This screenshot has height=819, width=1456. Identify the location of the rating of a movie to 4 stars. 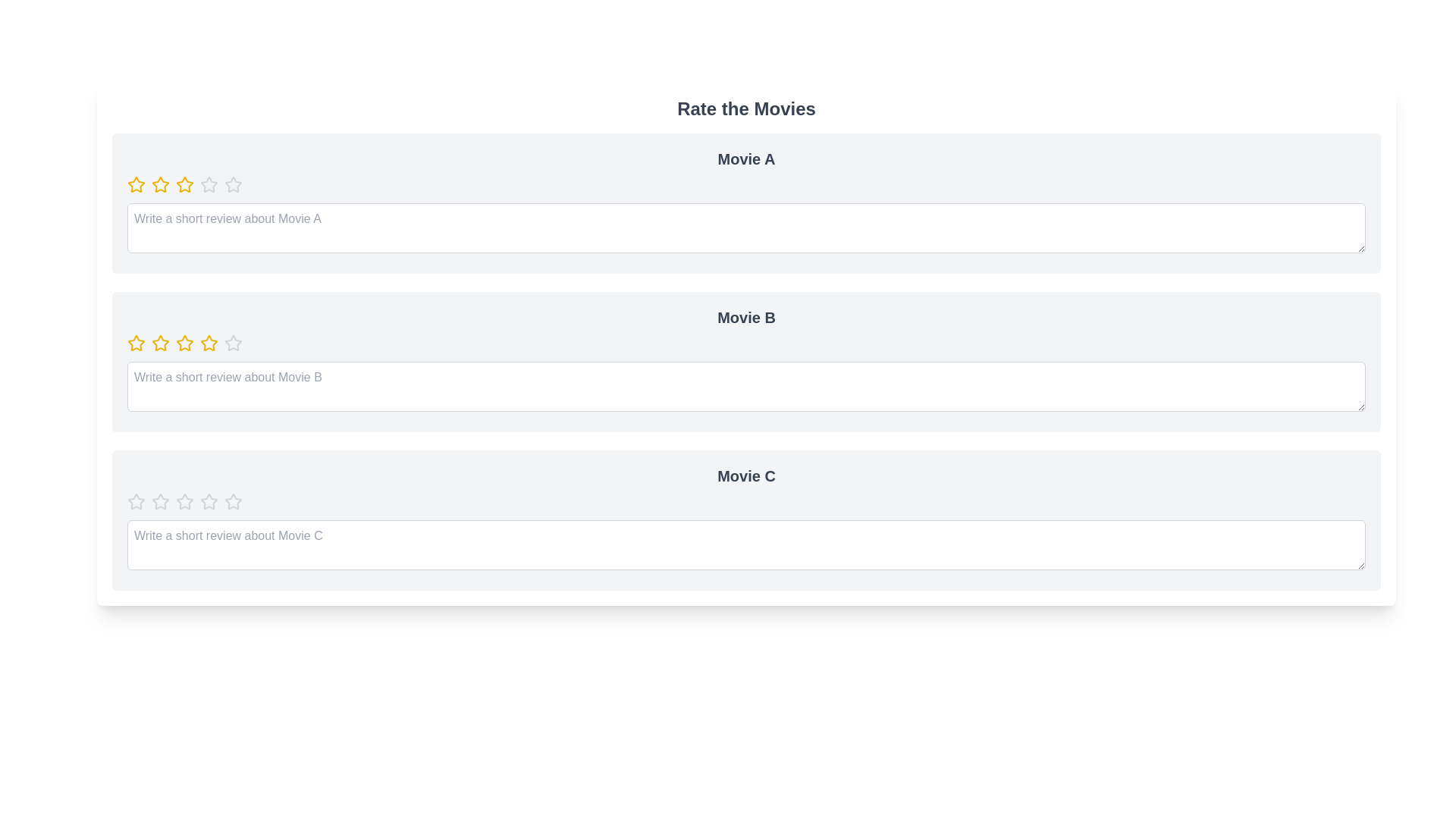
(208, 184).